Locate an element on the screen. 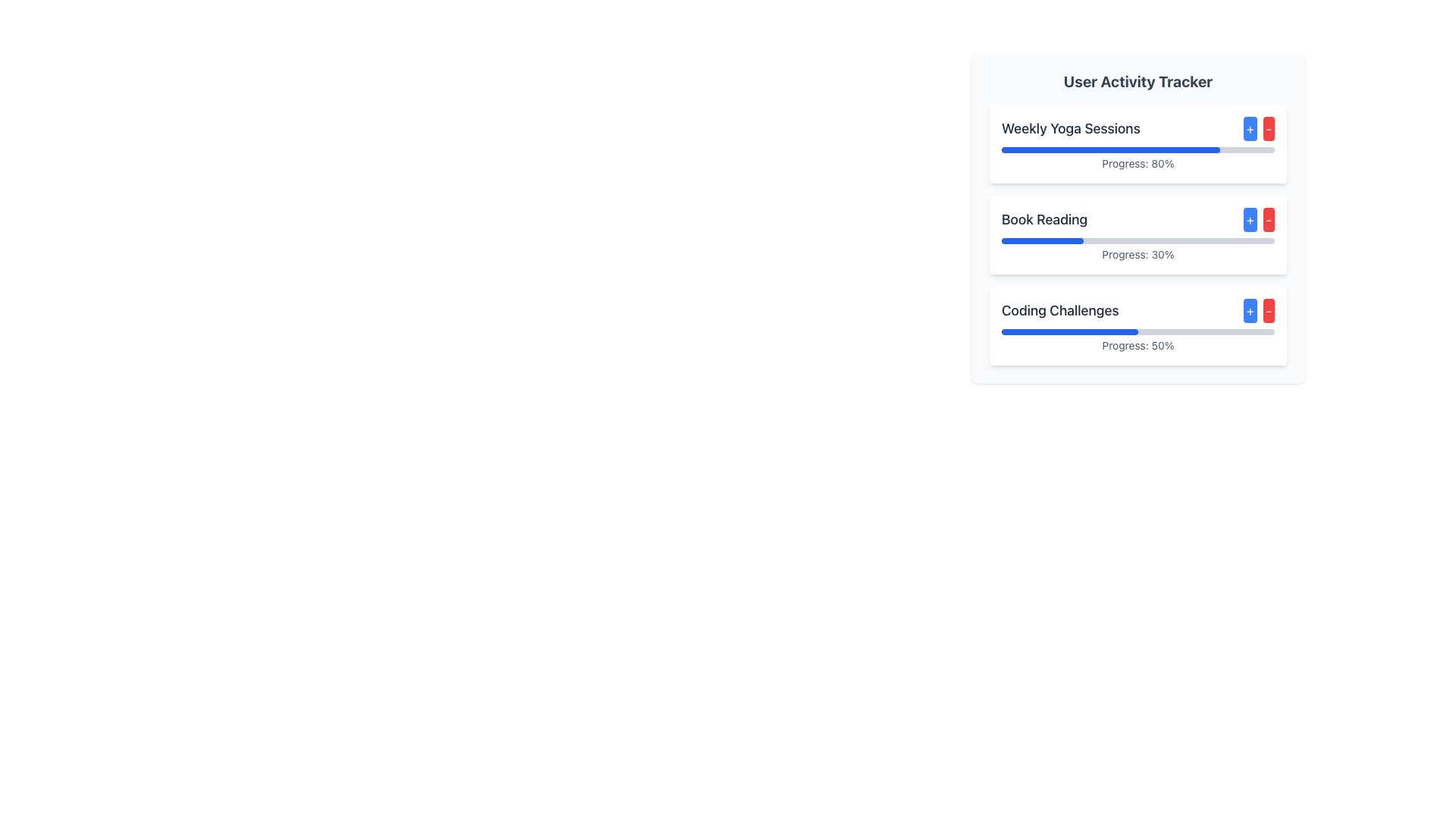  the rightmost button in the 'Book Reading' section of the 'User Activity Tracker' widget to reduce the associated value is located at coordinates (1269, 219).